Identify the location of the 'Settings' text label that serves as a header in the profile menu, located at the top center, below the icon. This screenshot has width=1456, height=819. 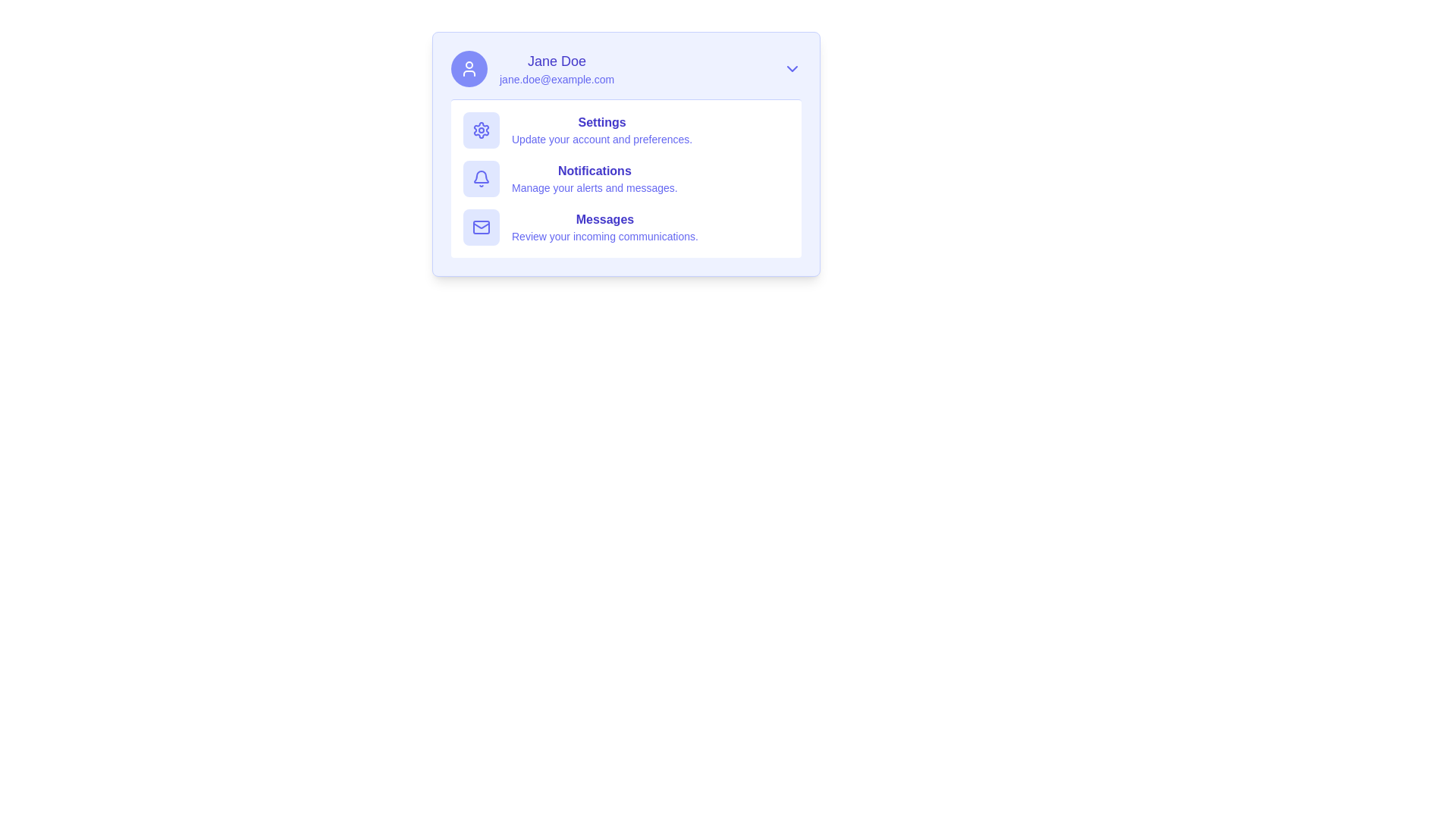
(601, 122).